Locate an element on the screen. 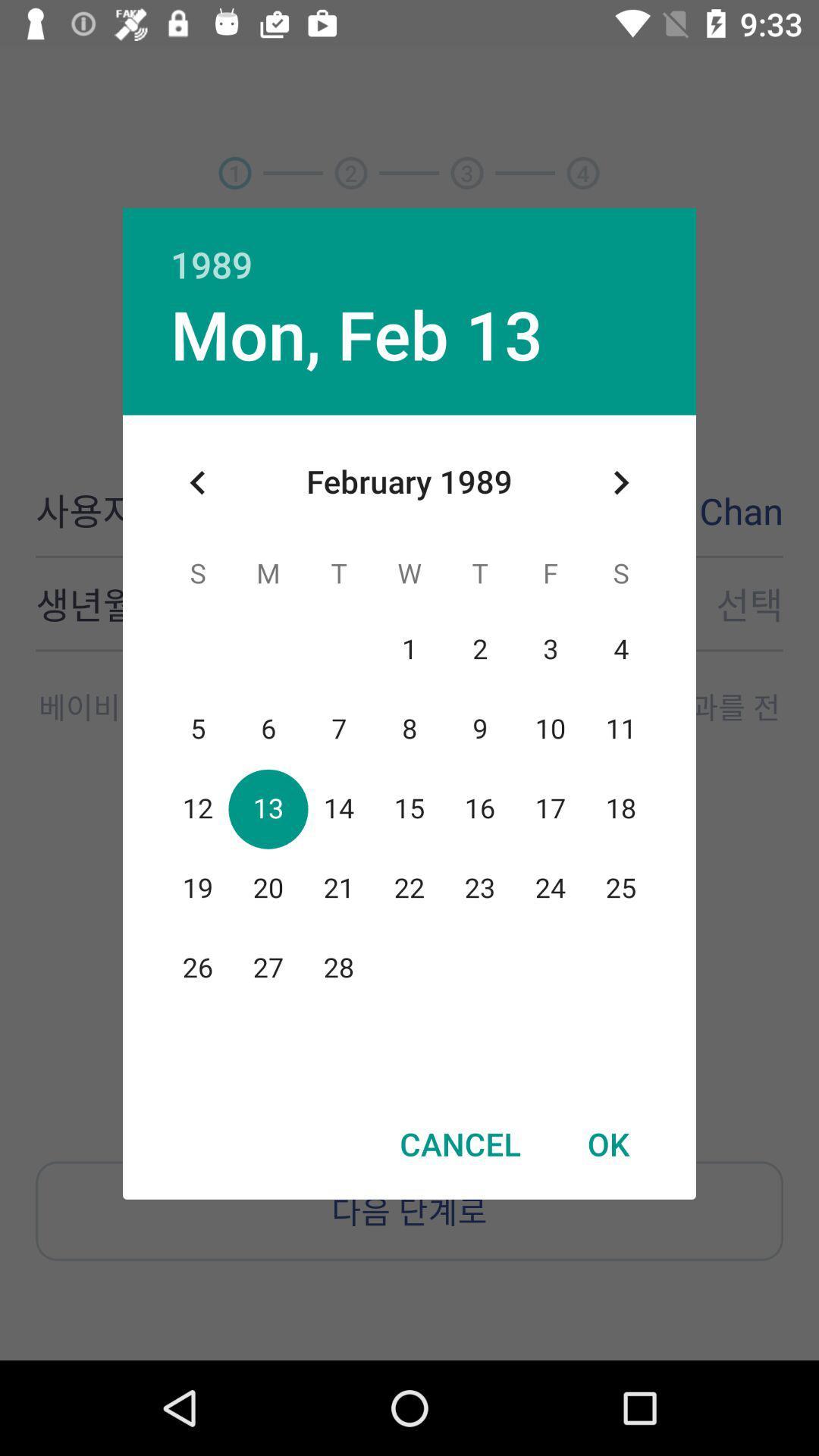 The image size is (819, 1456). the item to the left of the ok icon is located at coordinates (460, 1144).